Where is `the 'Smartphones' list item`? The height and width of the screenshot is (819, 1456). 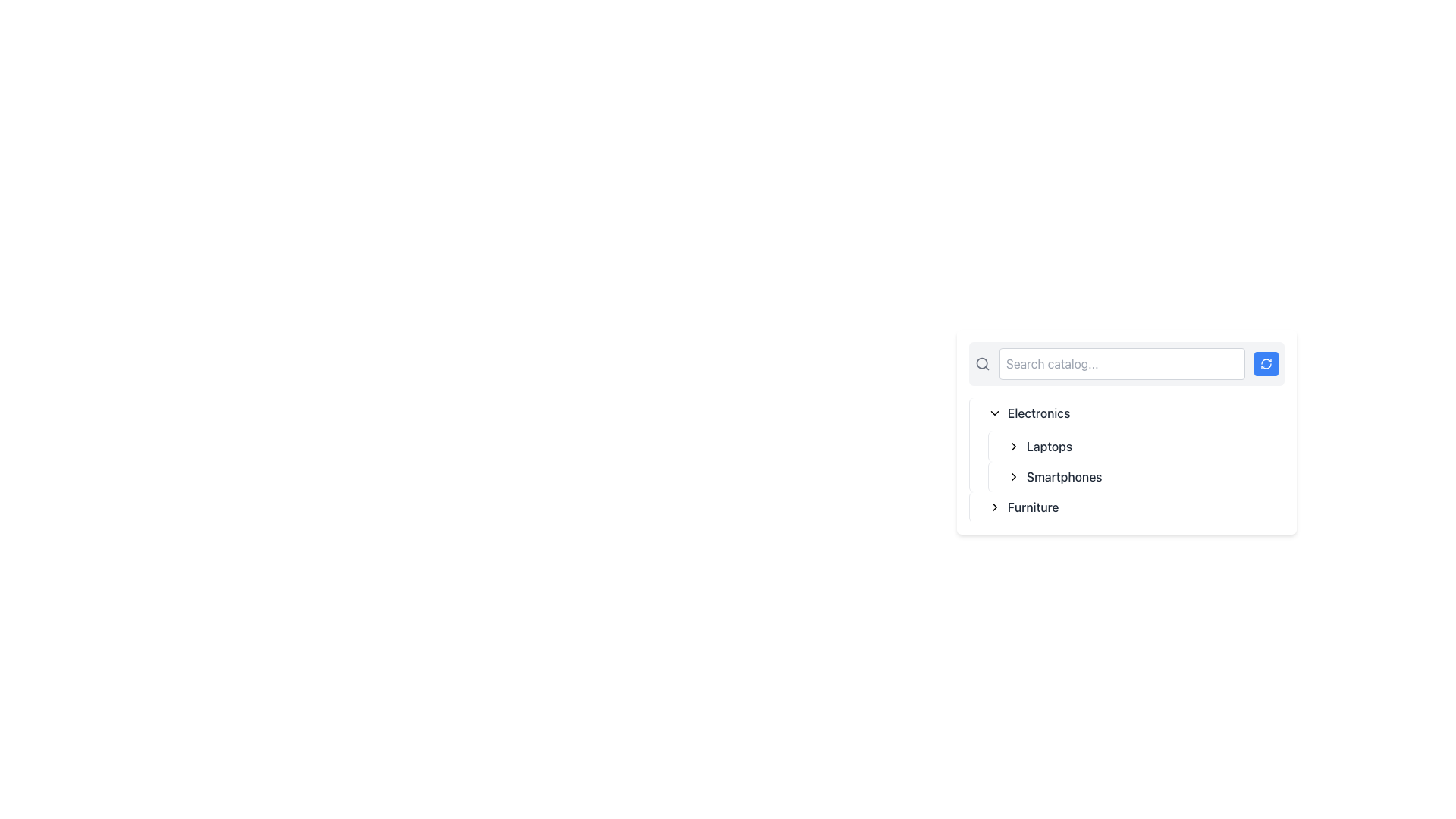
the 'Smartphones' list item is located at coordinates (1143, 475).